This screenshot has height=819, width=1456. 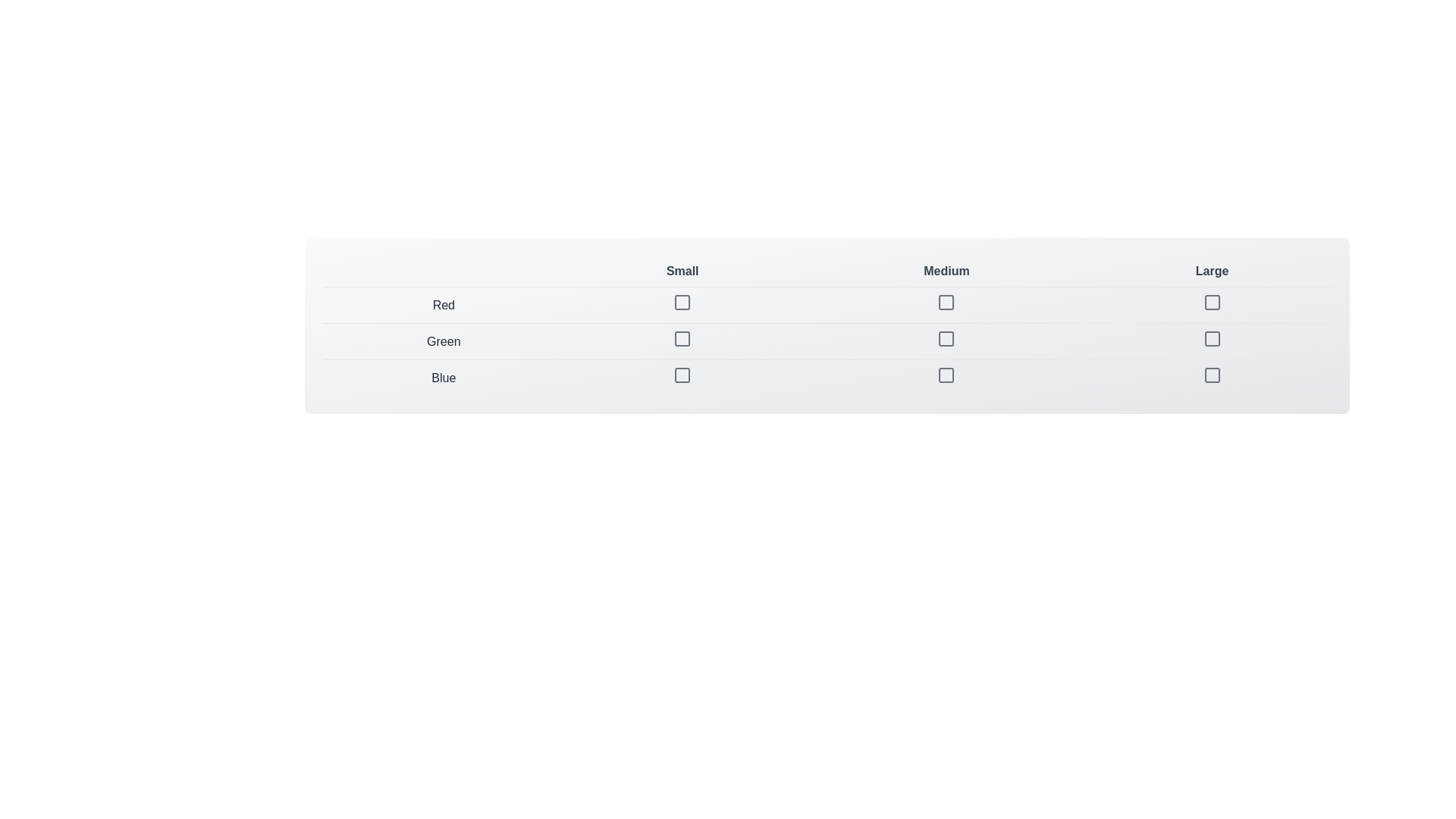 I want to click on the checkbox located at the intersection of the 'Red' row and 'Small' column, so click(x=682, y=302).